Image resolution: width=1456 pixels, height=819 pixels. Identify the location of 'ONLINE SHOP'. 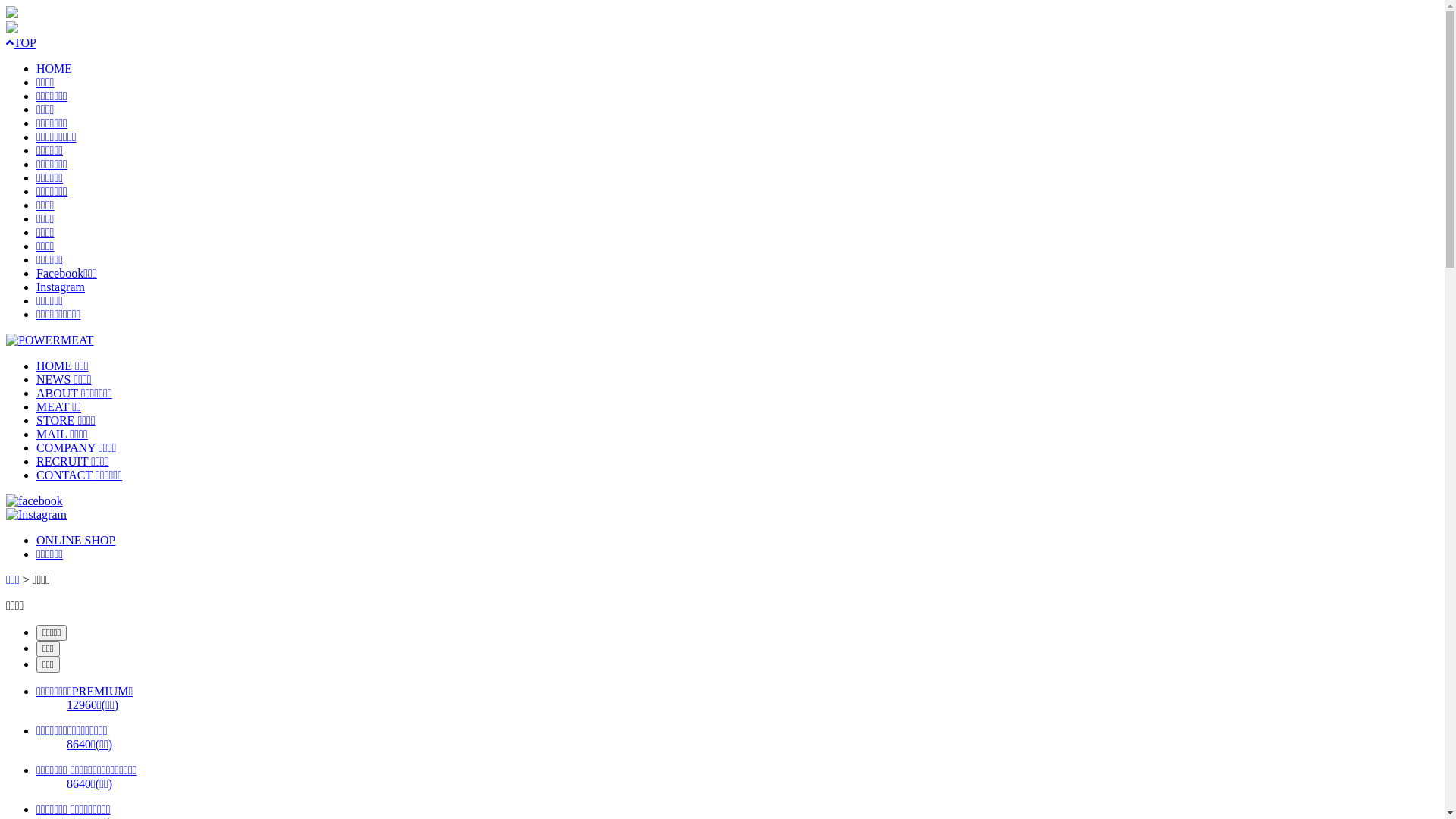
(75, 539).